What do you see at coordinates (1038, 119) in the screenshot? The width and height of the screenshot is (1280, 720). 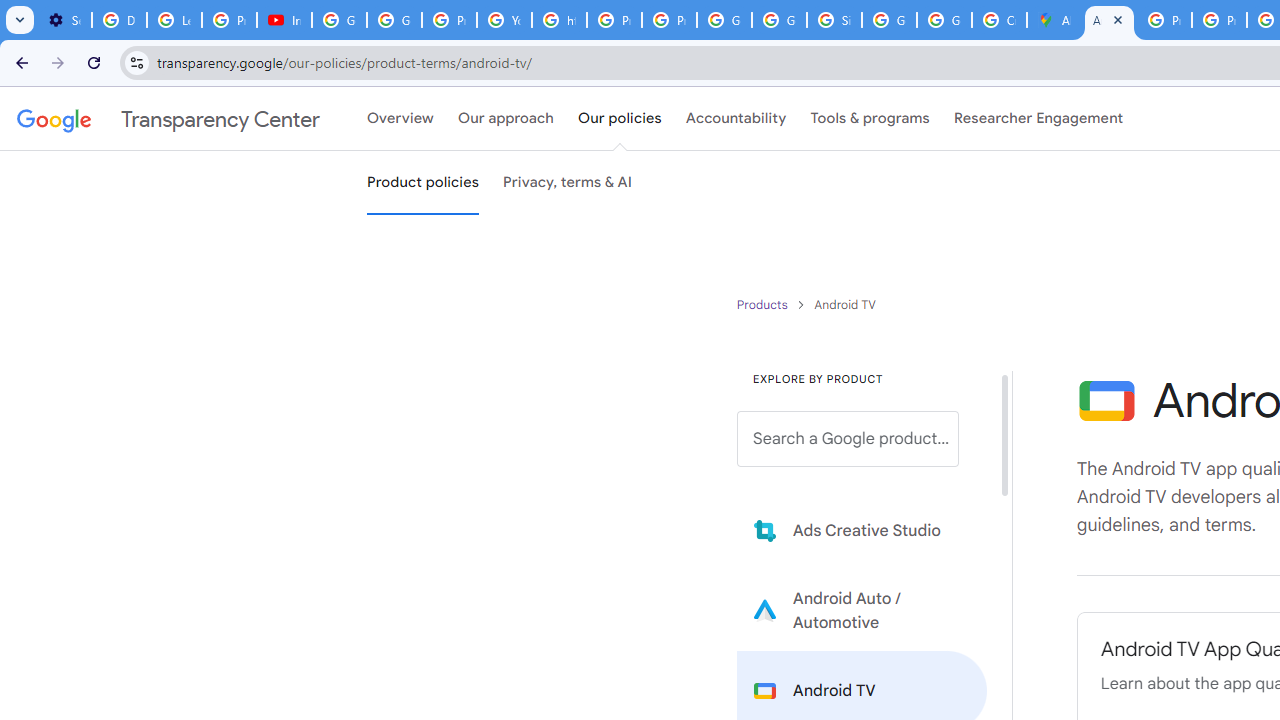 I see `'Researcher Engagement'` at bounding box center [1038, 119].